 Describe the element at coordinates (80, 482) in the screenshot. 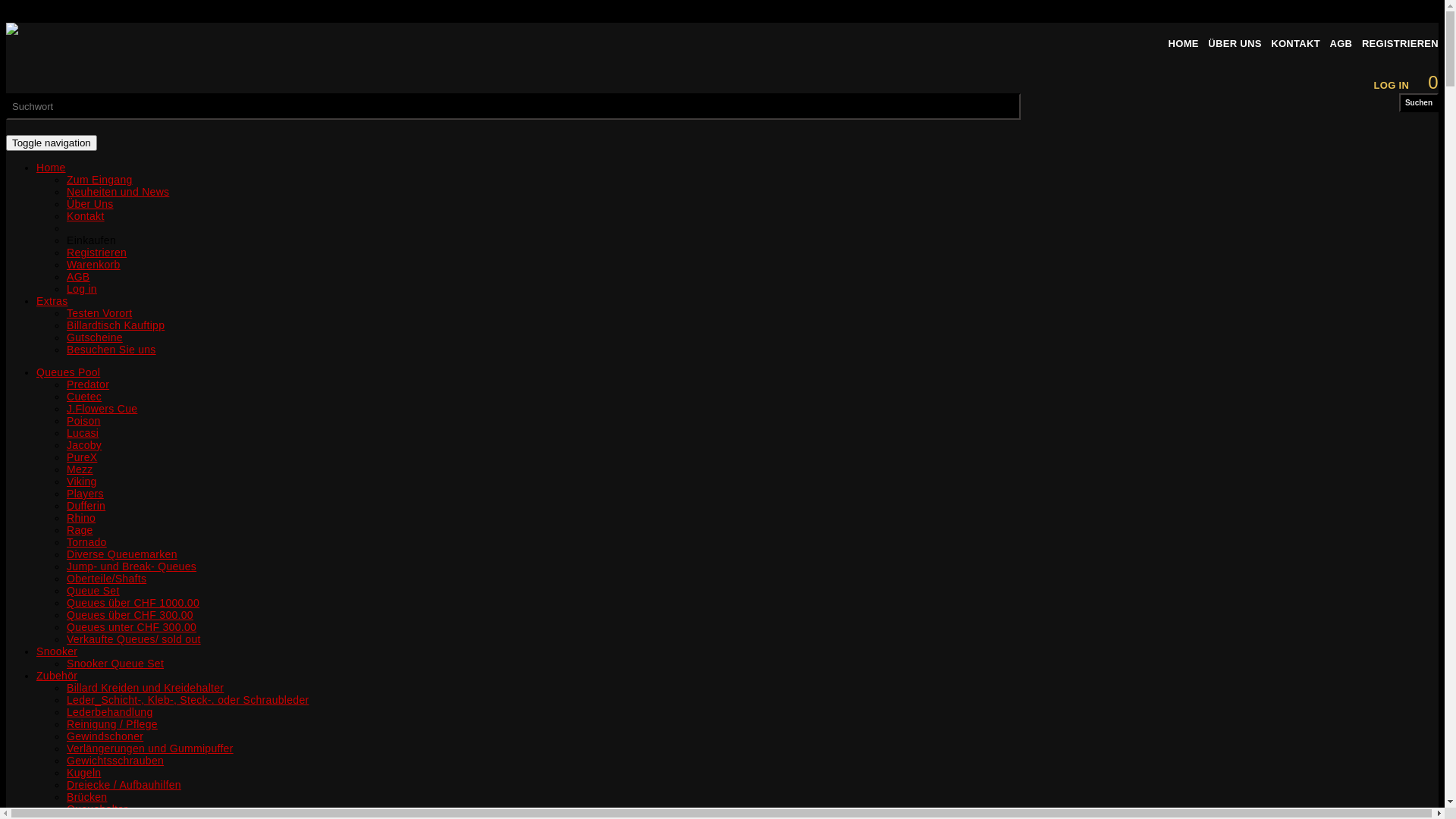

I see `'Viking'` at that location.